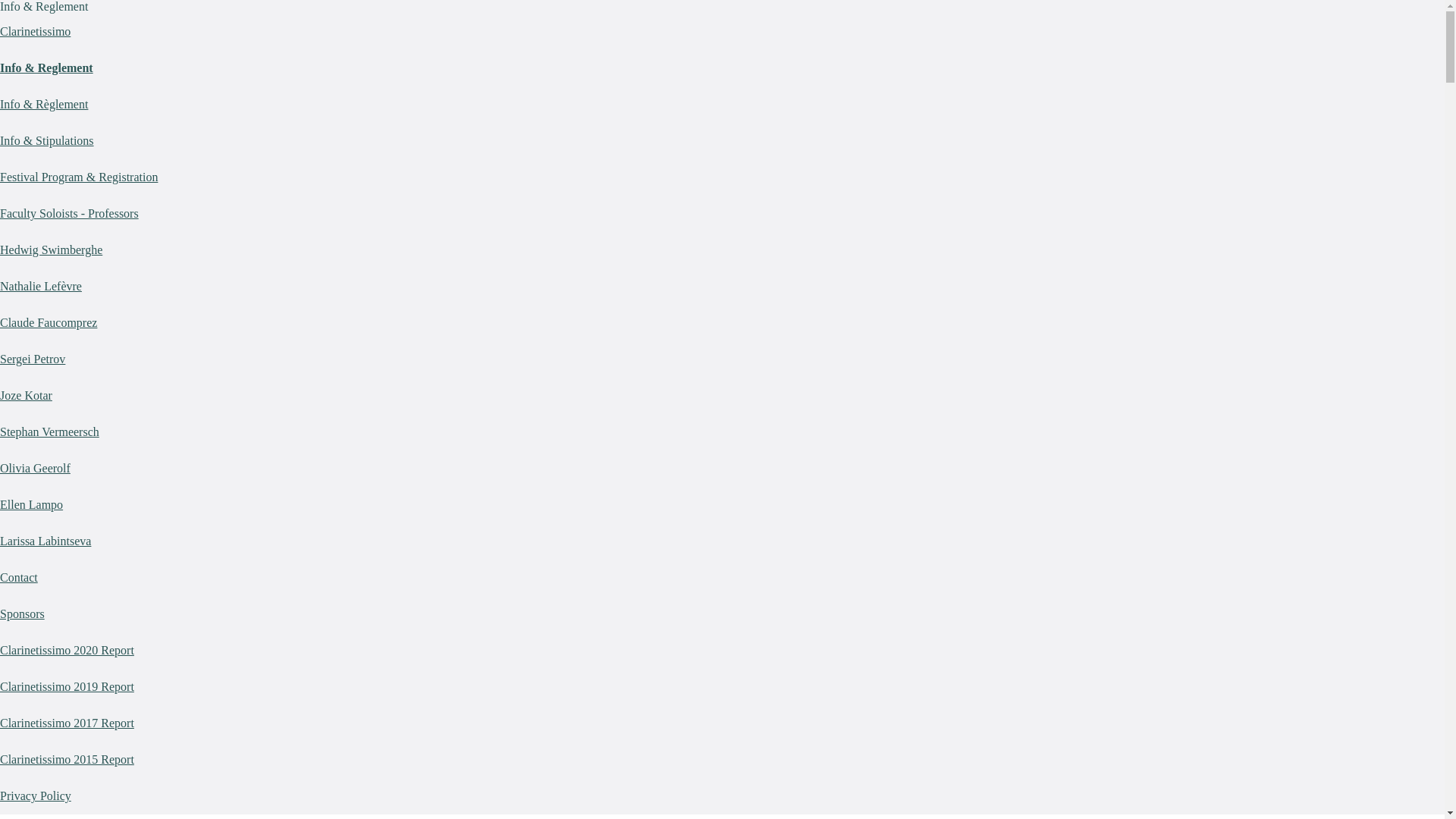 The width and height of the screenshot is (1456, 819). I want to click on 'Contact', so click(18, 577).